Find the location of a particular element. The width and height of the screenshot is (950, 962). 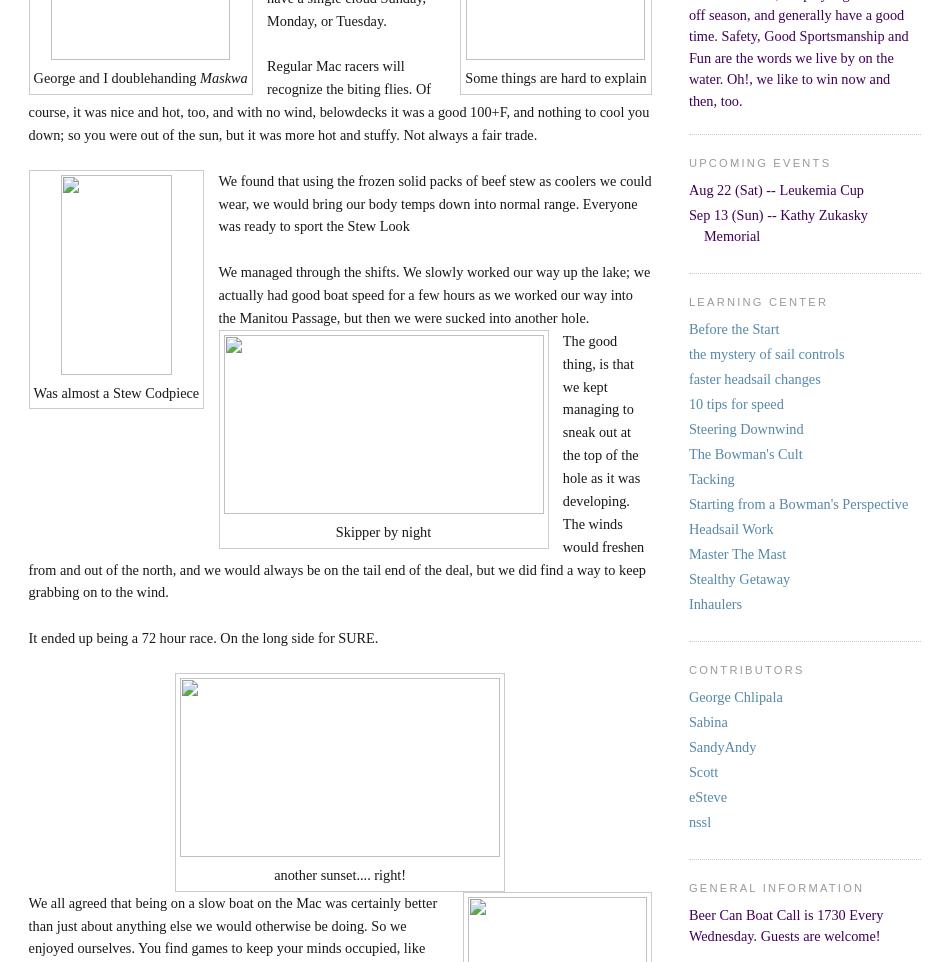

'General Information' is located at coordinates (774, 885).